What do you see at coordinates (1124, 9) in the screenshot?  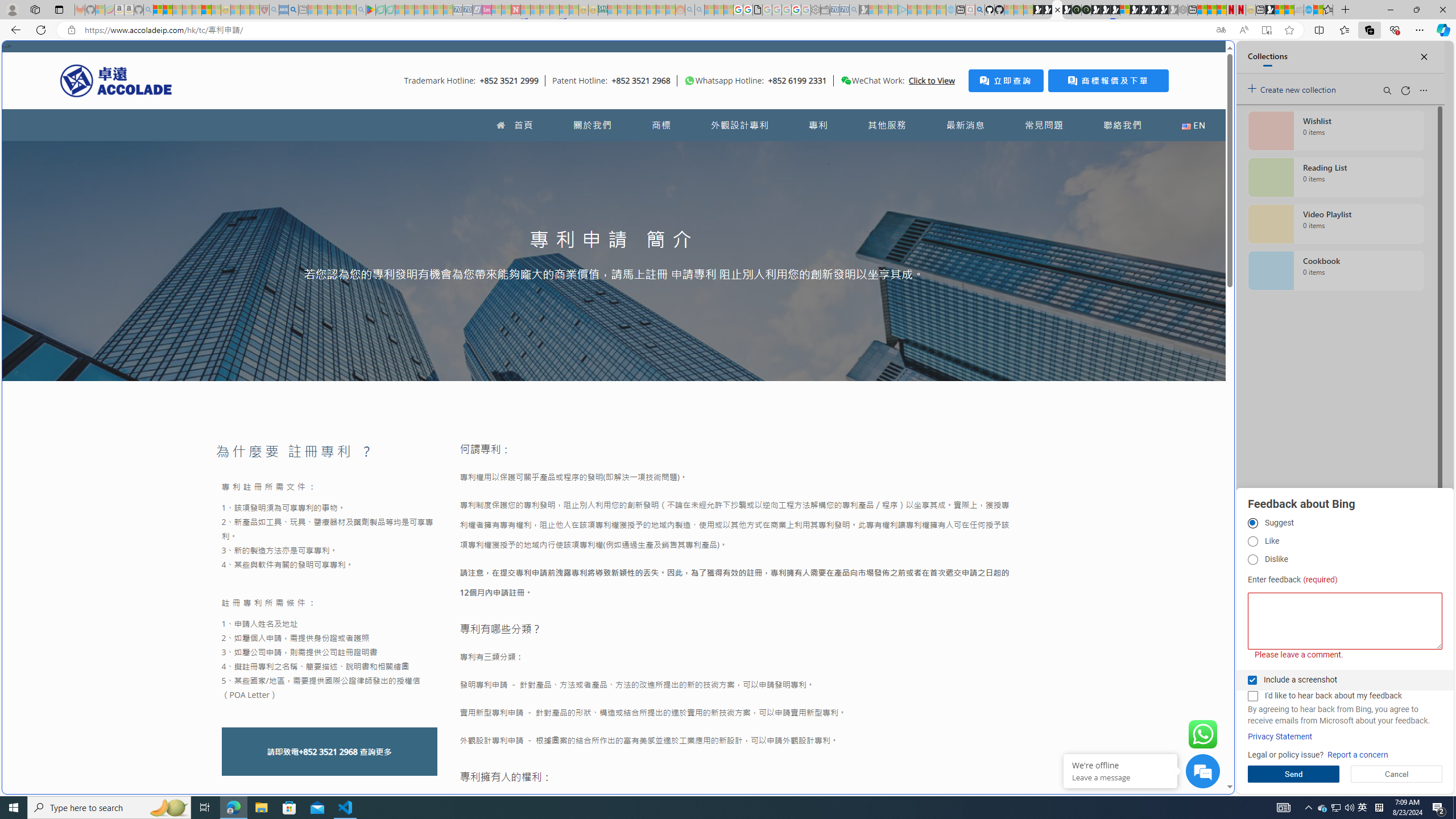 I see `'Sign in to your account'` at bounding box center [1124, 9].